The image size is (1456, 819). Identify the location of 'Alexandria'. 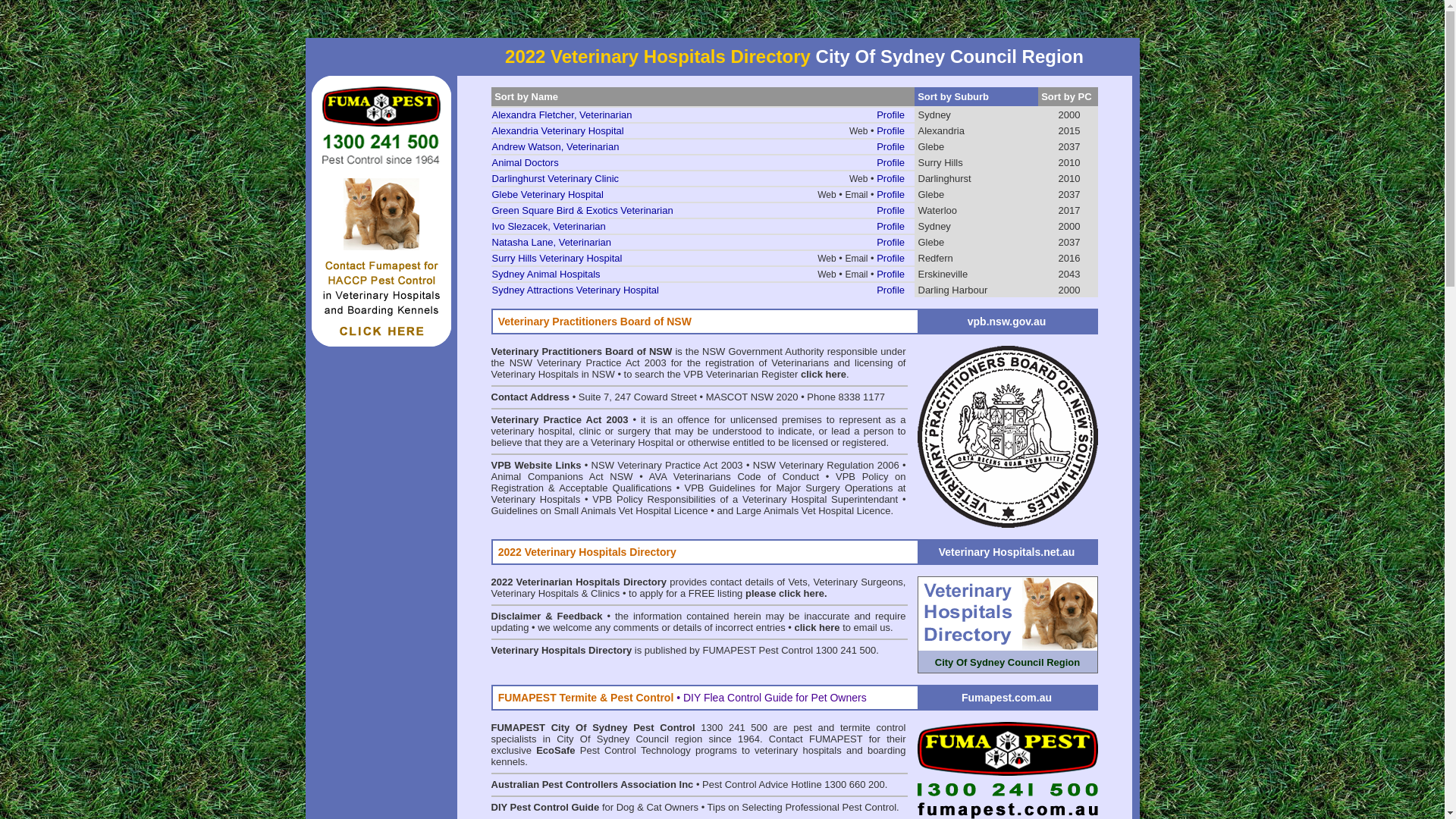
(916, 130).